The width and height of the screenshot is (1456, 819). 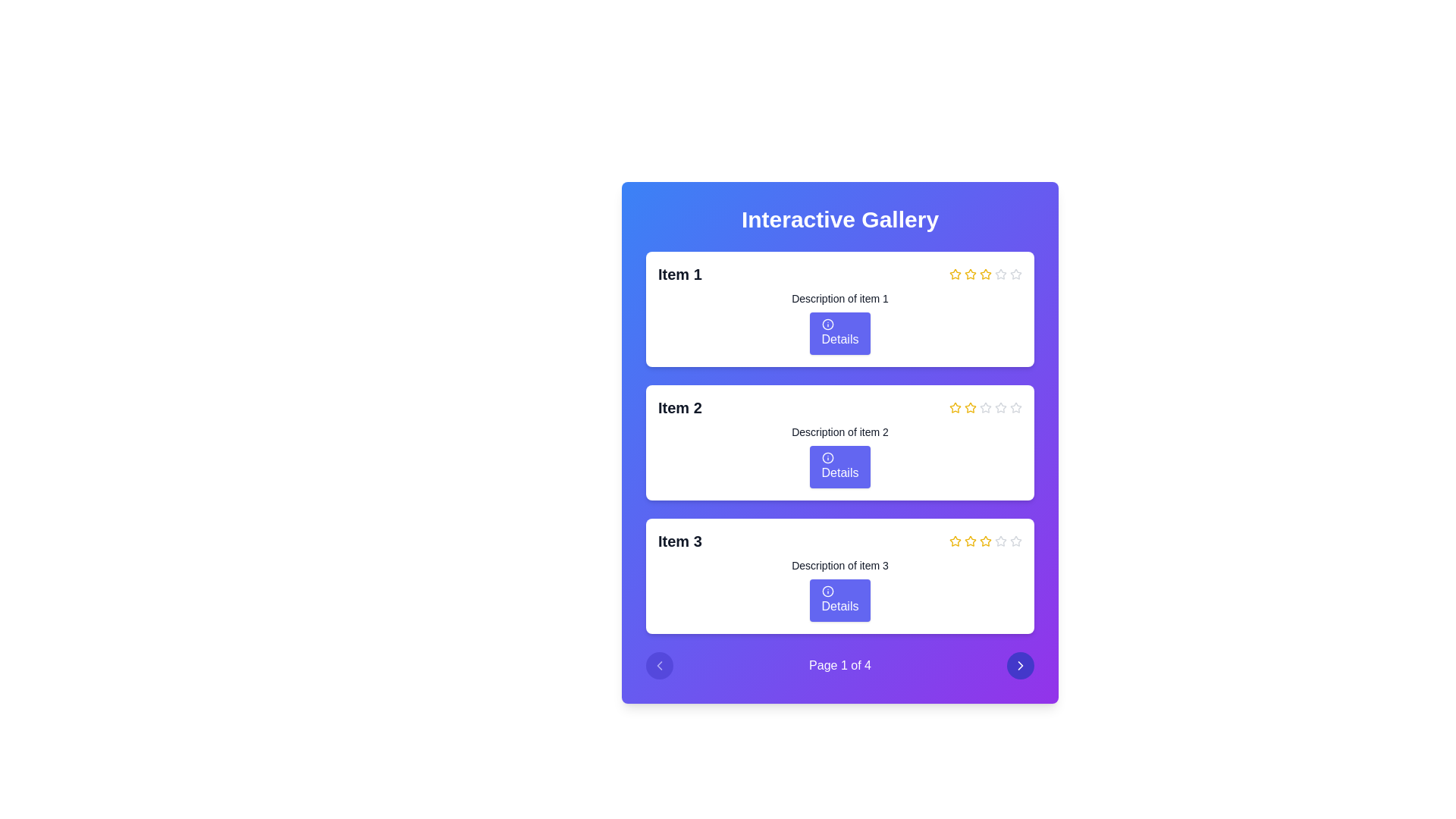 What do you see at coordinates (839, 466) in the screenshot?
I see `the button located in the second card of the 'Interactive Gallery' section` at bounding box center [839, 466].